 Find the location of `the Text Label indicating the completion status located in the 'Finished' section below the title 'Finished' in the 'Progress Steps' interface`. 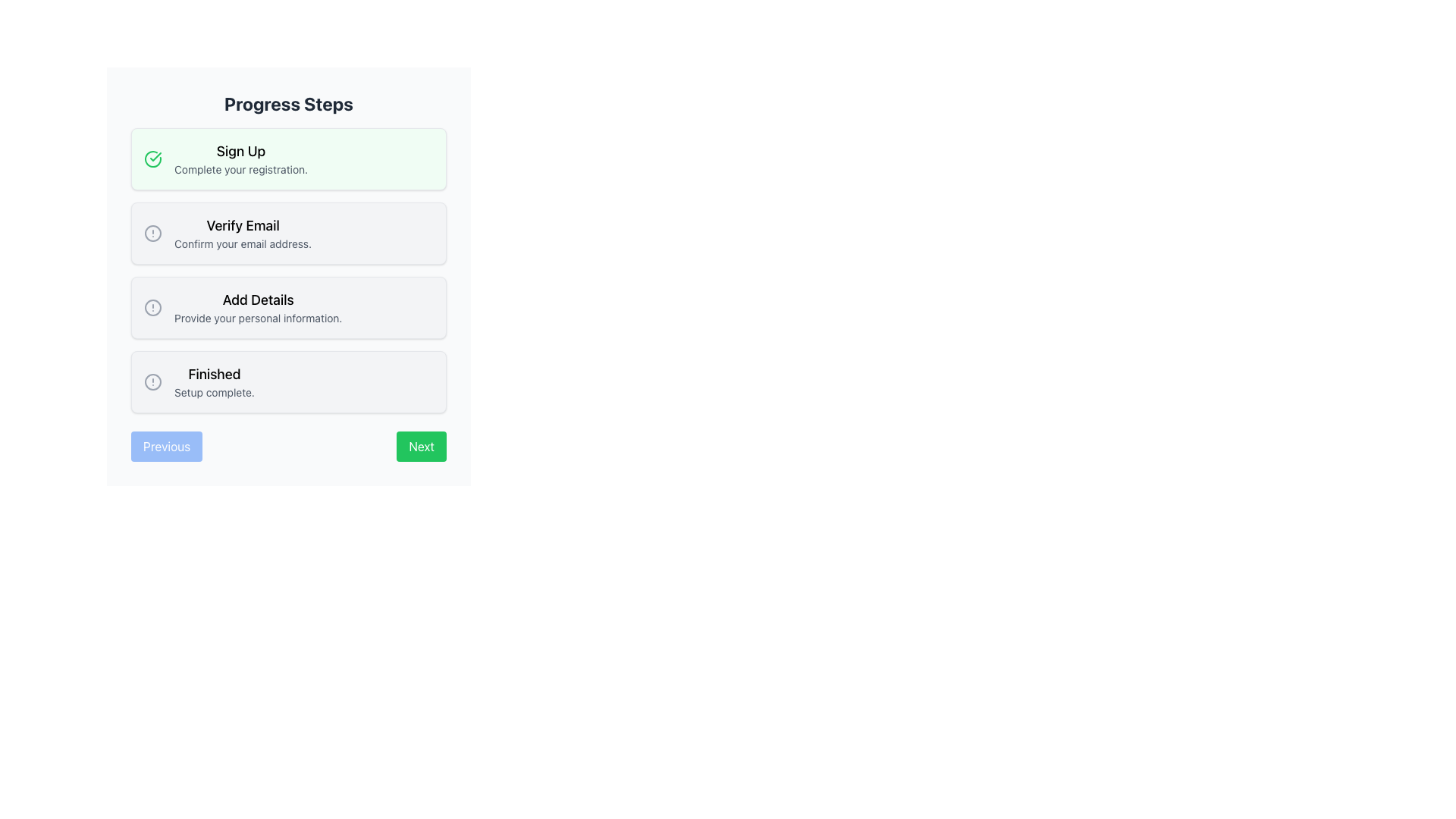

the Text Label indicating the completion status located in the 'Finished' section below the title 'Finished' in the 'Progress Steps' interface is located at coordinates (214, 391).